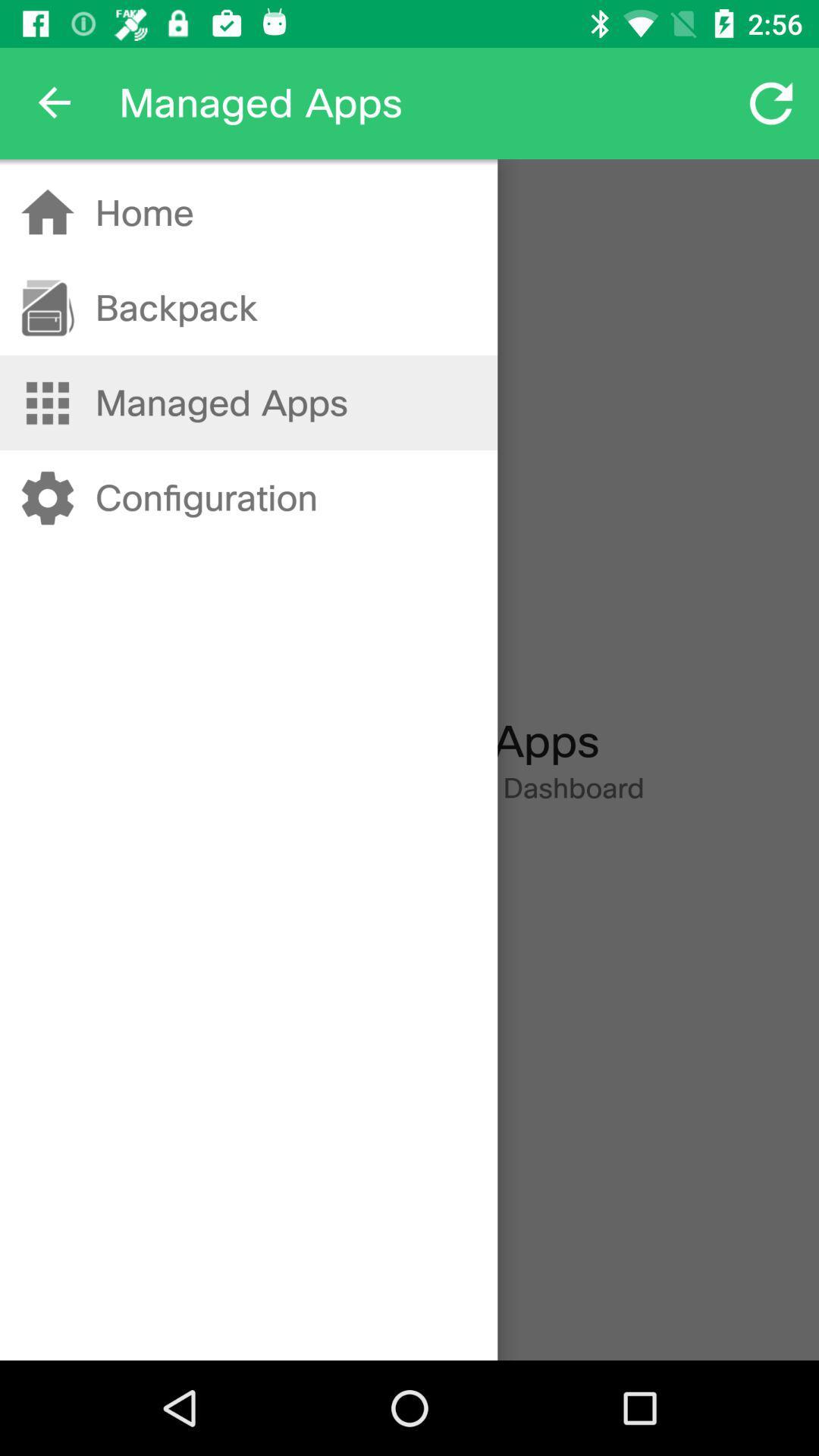 The width and height of the screenshot is (819, 1456). What do you see at coordinates (771, 102) in the screenshot?
I see `icon at the top right corner` at bounding box center [771, 102].